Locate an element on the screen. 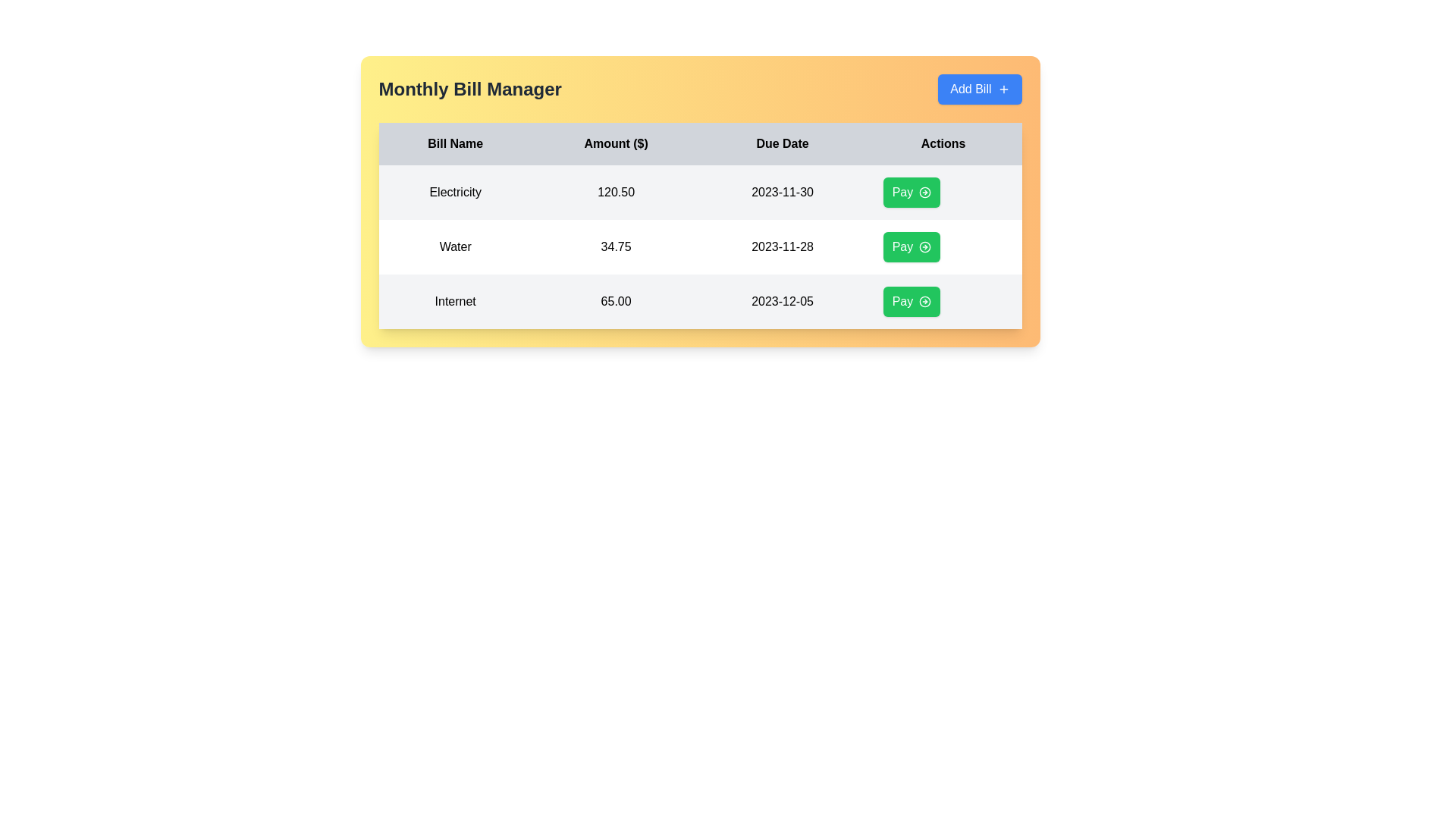  the Table Header Cell labeled 'Bill Name' with a light gray background and bold black text, which is located on the far-left side of the header row of the table is located at coordinates (454, 143).